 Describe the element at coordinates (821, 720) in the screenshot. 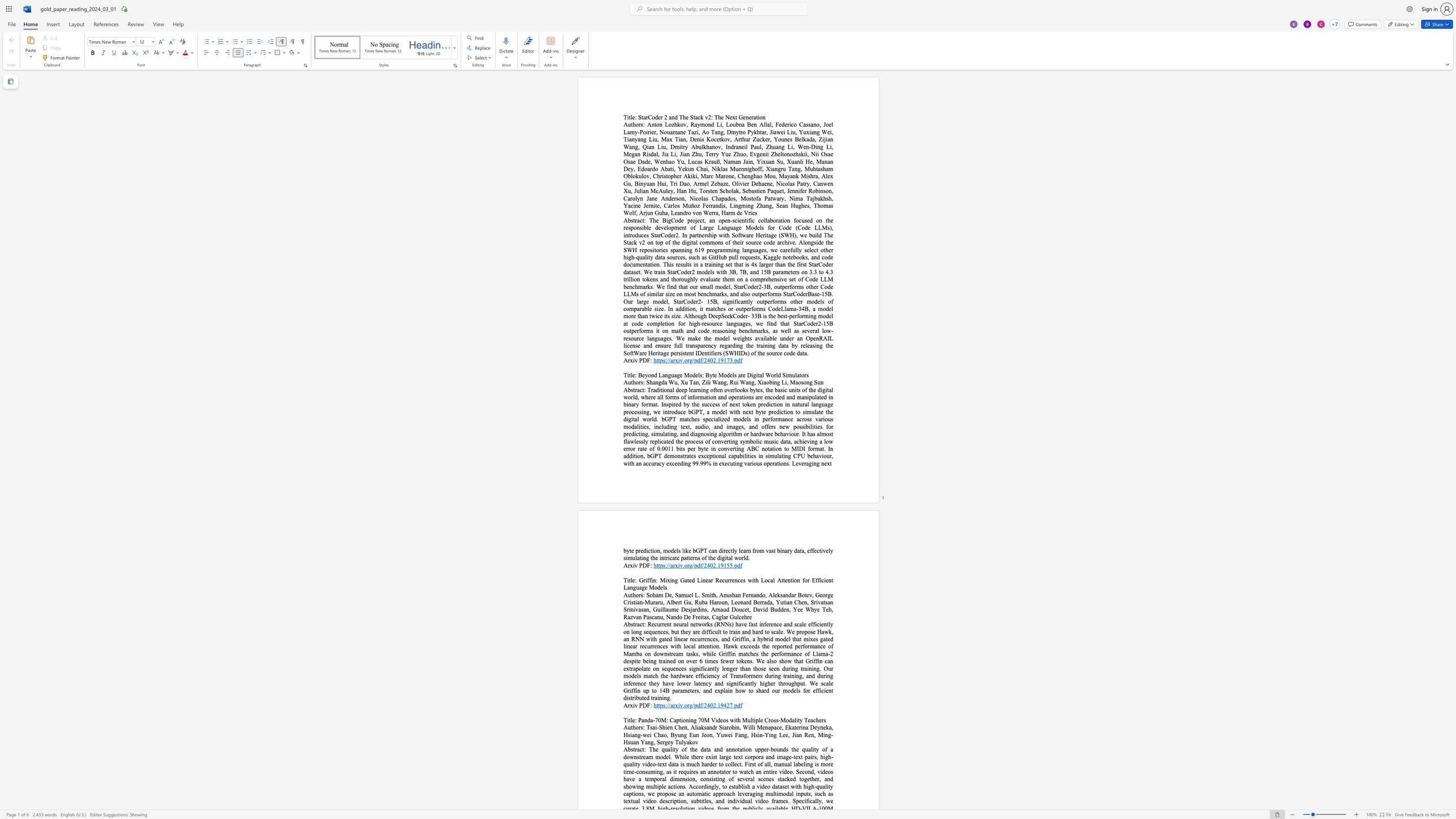

I see `the space between the continuous character "e" and "r" in the text` at that location.